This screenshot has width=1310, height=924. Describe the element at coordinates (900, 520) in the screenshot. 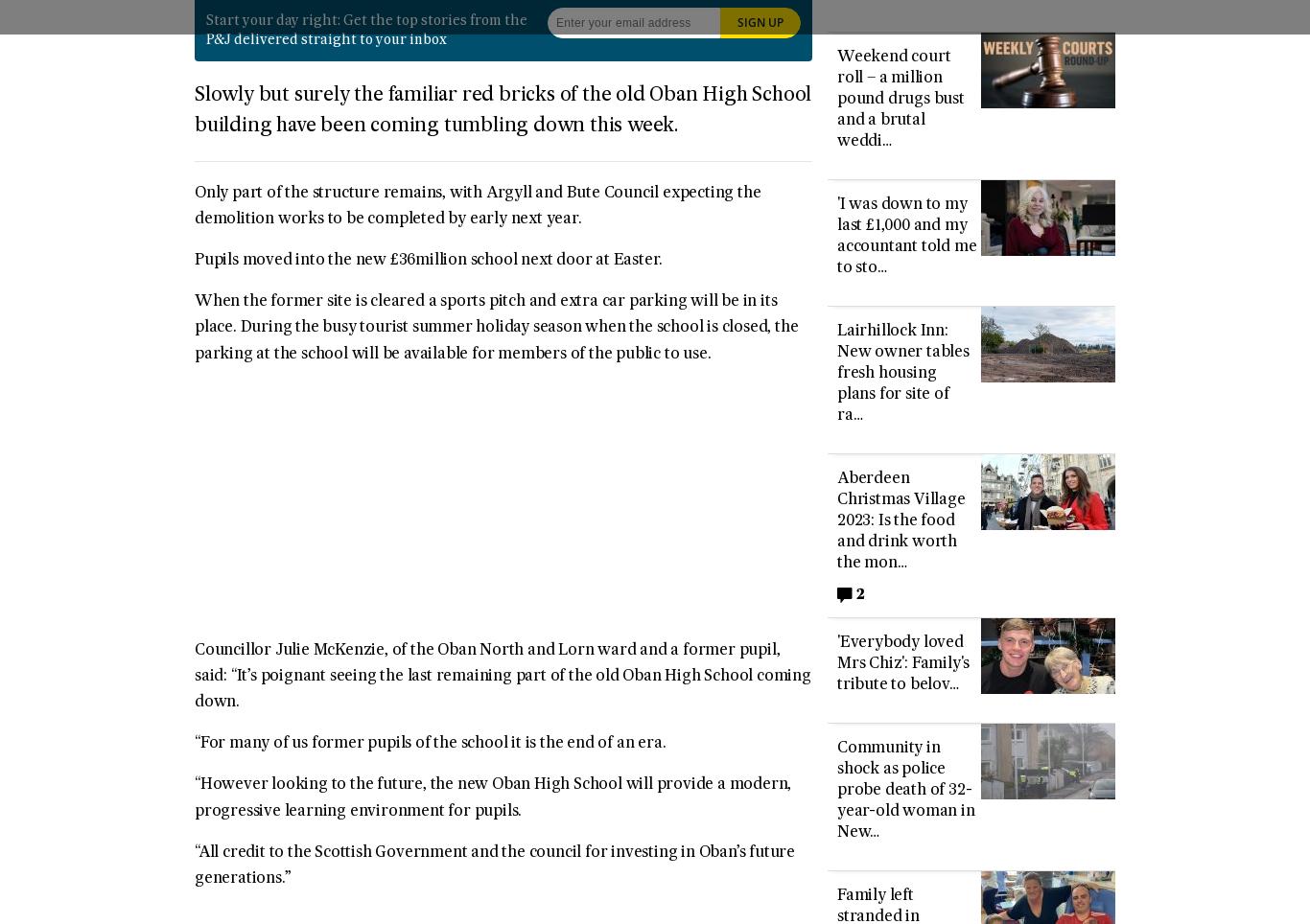

I see `'Aberdeen Christmas Village 2023: Is the food and drink worth the mon…'` at that location.